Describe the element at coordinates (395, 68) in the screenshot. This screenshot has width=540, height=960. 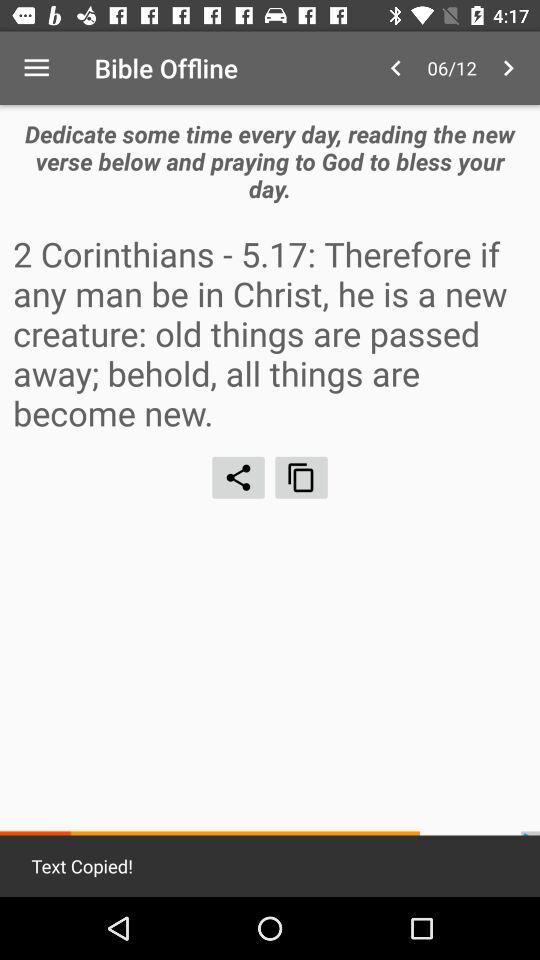
I see `item next to the 06/12` at that location.